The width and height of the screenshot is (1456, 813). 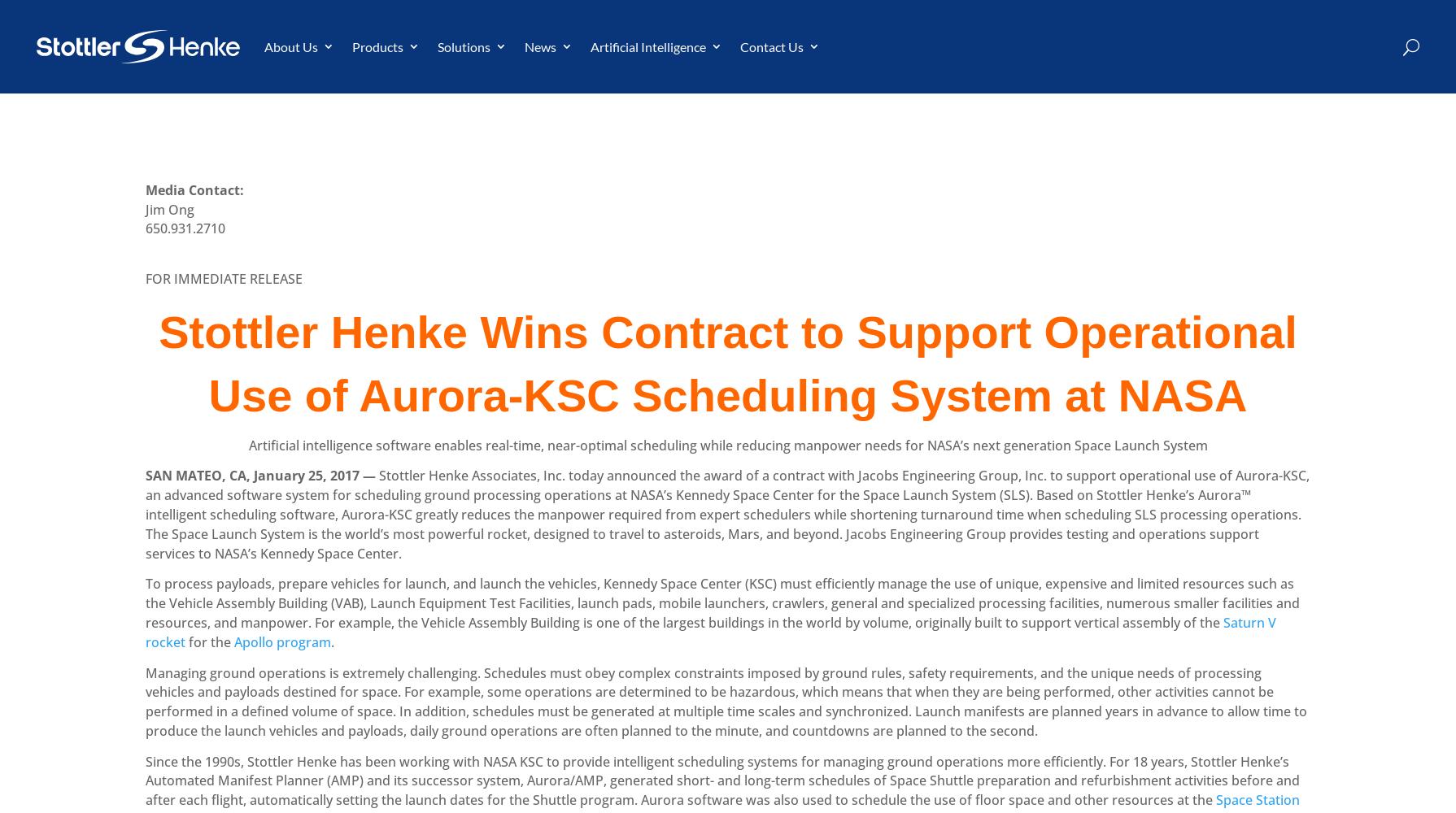 What do you see at coordinates (459, 133) in the screenshot?
I see `'Decision  Support'` at bounding box center [459, 133].